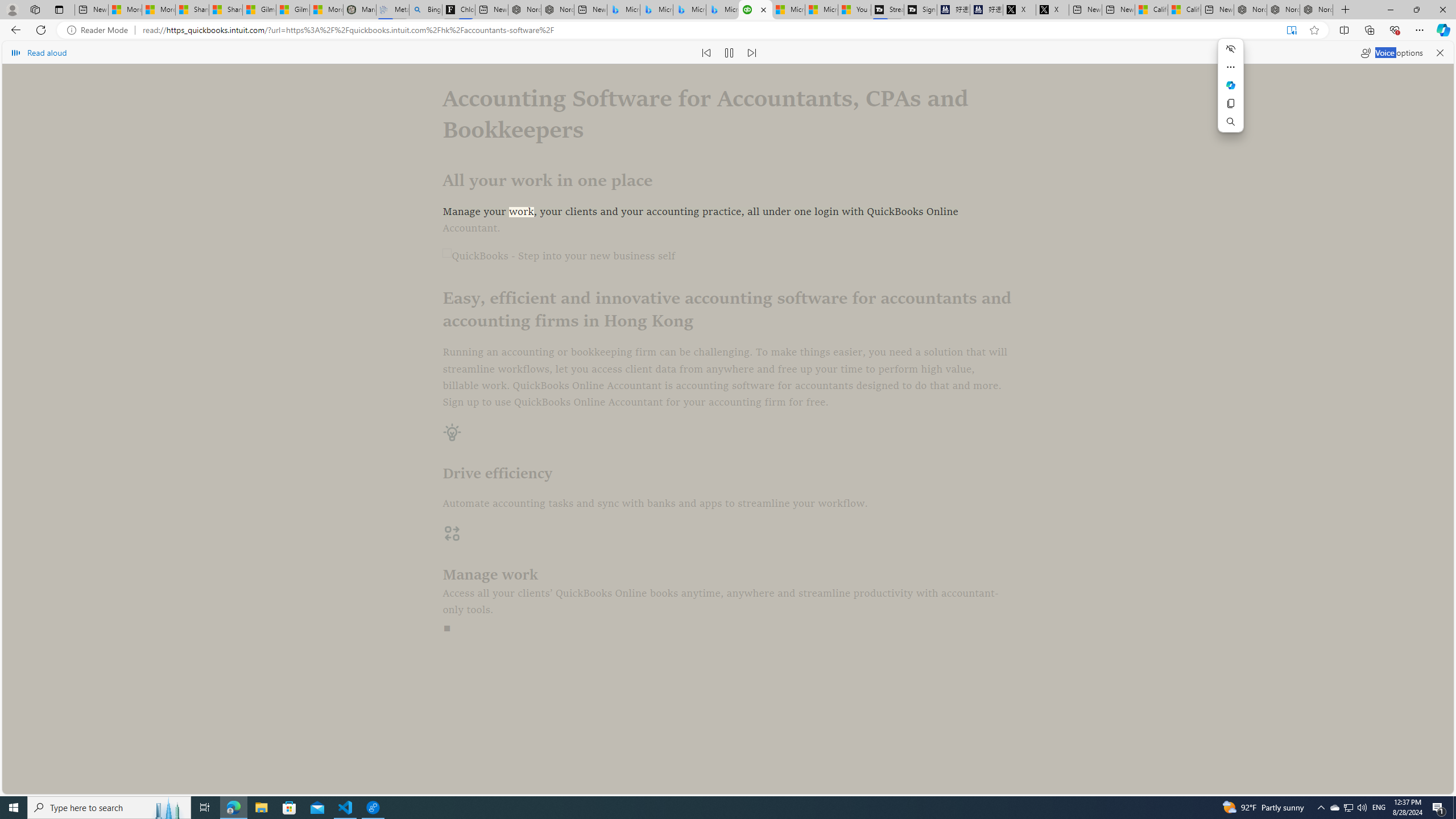 The height and width of the screenshot is (819, 1456). What do you see at coordinates (1391, 52) in the screenshot?
I see `'Voice options'` at bounding box center [1391, 52].